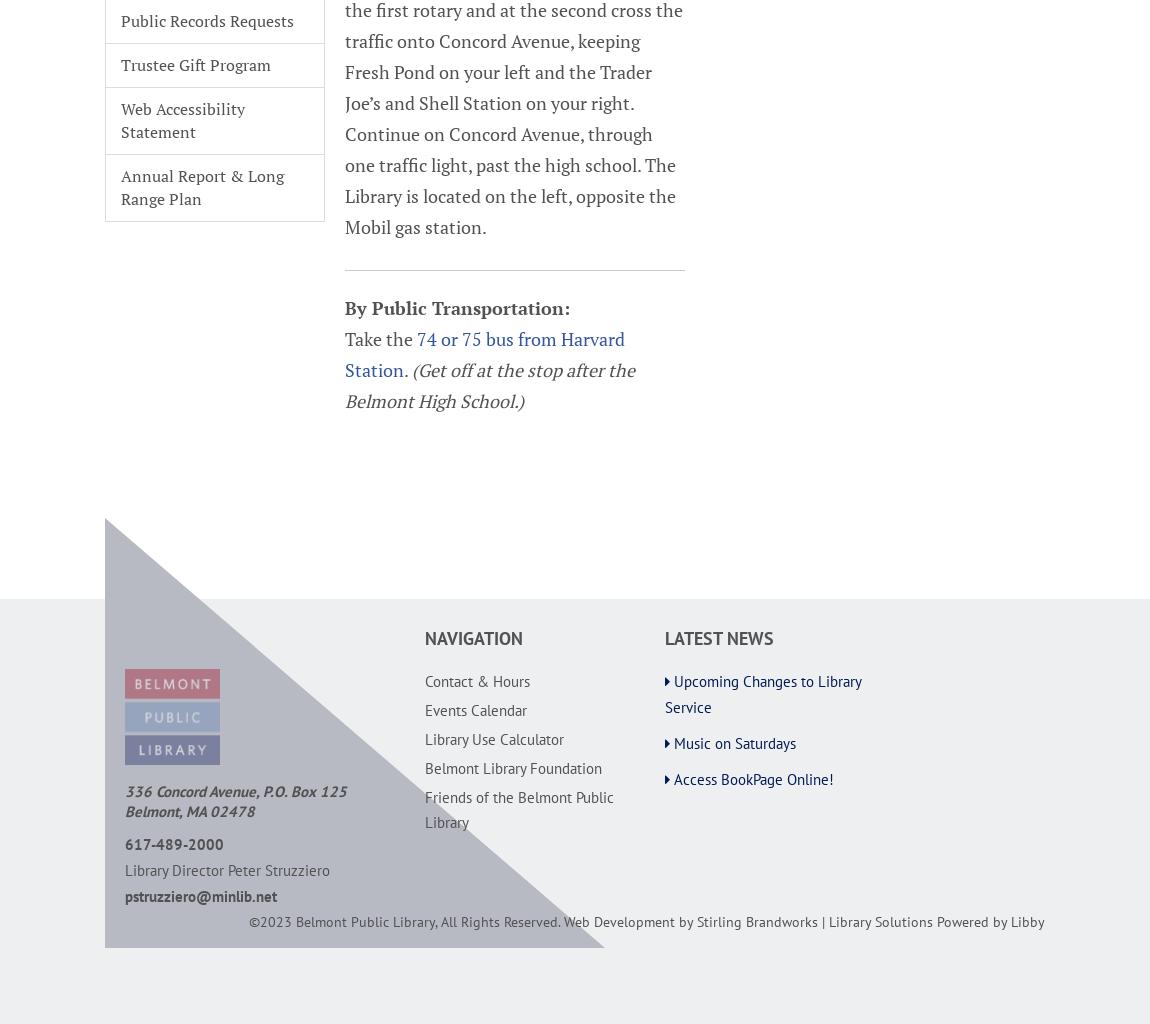 Image resolution: width=1150 pixels, height=1024 pixels. What do you see at coordinates (566, 919) in the screenshot?
I see `', All Rights Reserved. Web Development by'` at bounding box center [566, 919].